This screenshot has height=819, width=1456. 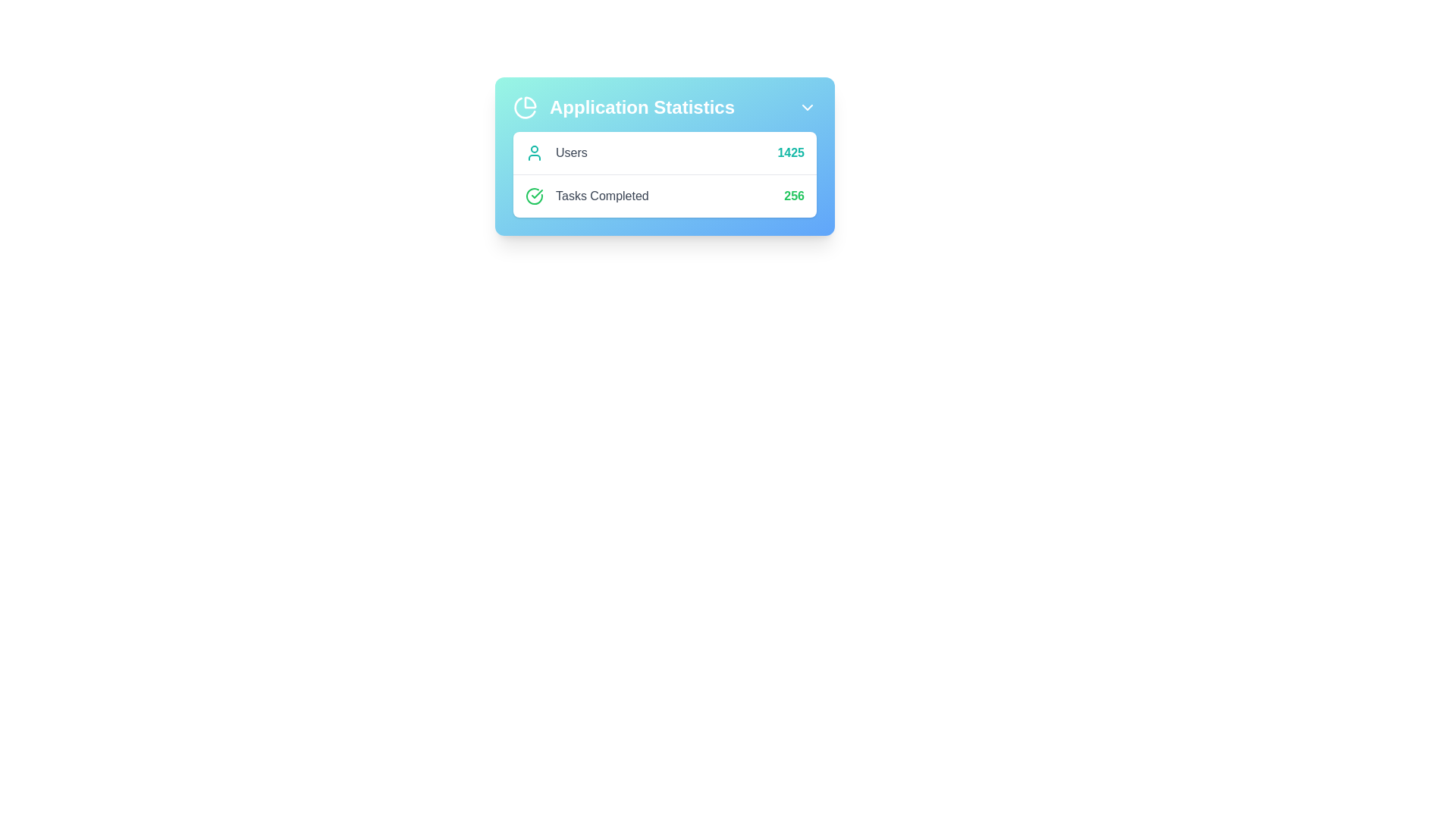 I want to click on the user outline SVG icon, which is teal in color and located to the left of the text 'Users', so click(x=535, y=152).